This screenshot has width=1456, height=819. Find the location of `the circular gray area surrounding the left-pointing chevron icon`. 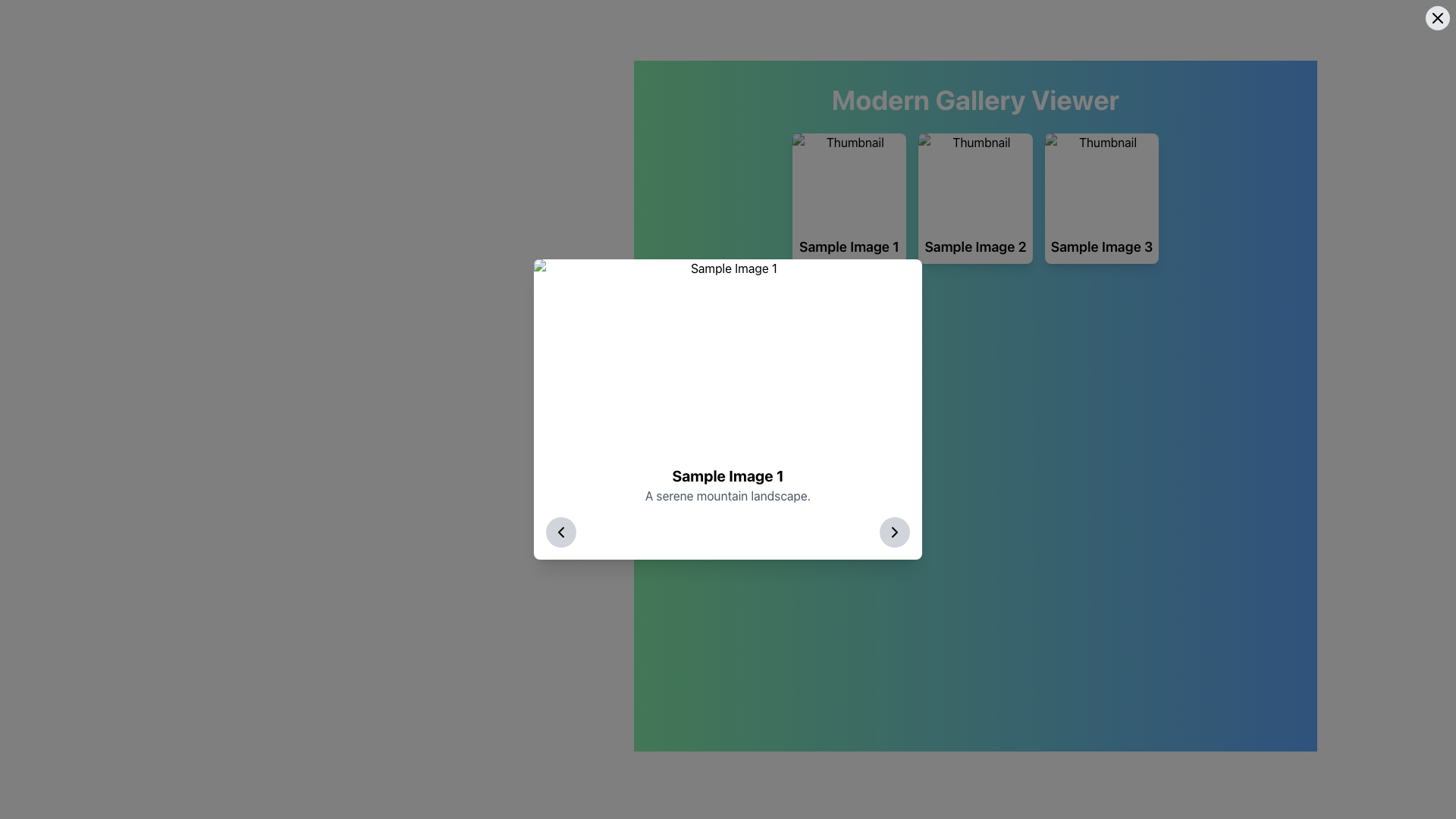

the circular gray area surrounding the left-pointing chevron icon is located at coordinates (560, 532).